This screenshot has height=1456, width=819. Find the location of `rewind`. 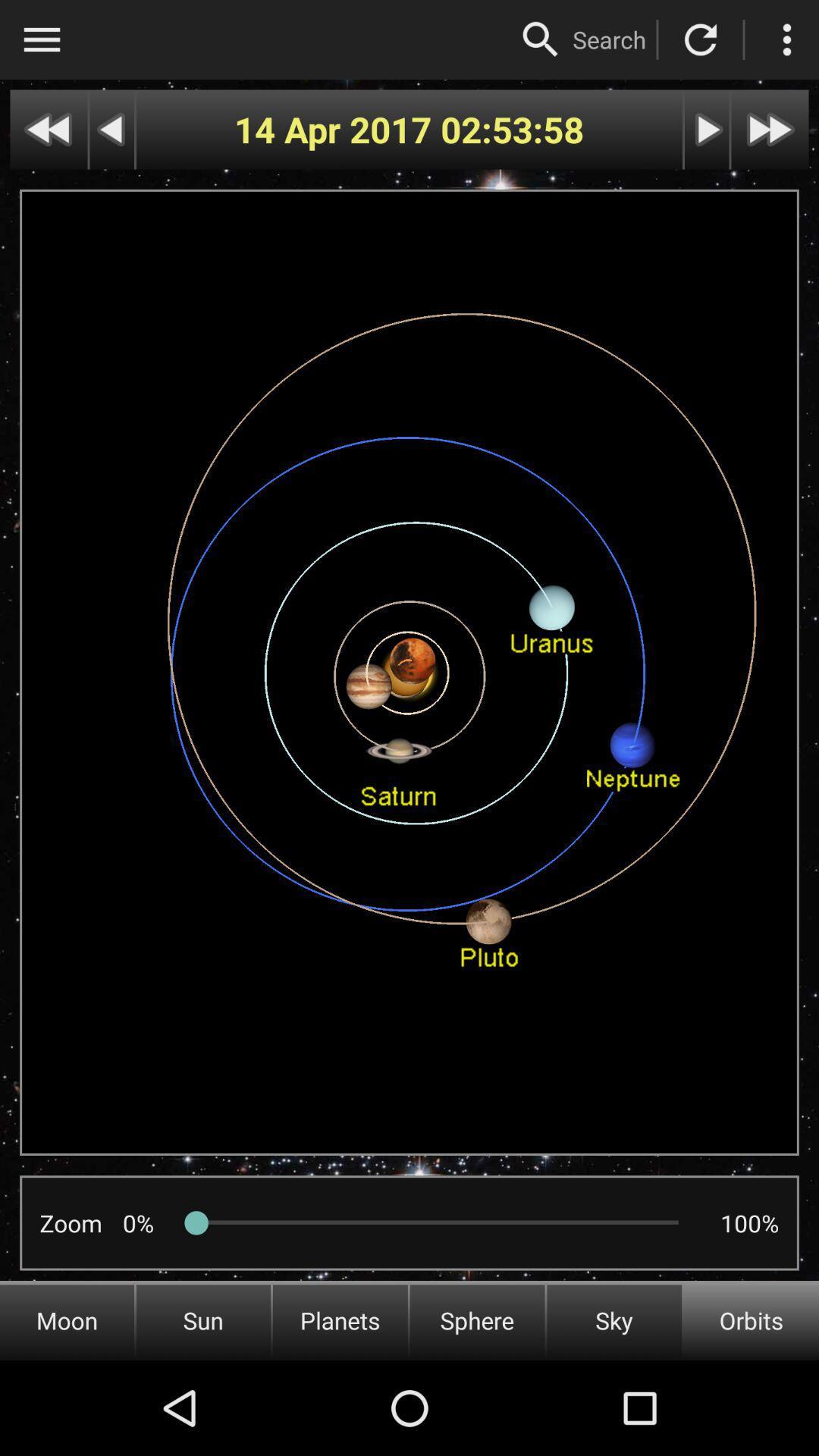

rewind is located at coordinates (111, 130).